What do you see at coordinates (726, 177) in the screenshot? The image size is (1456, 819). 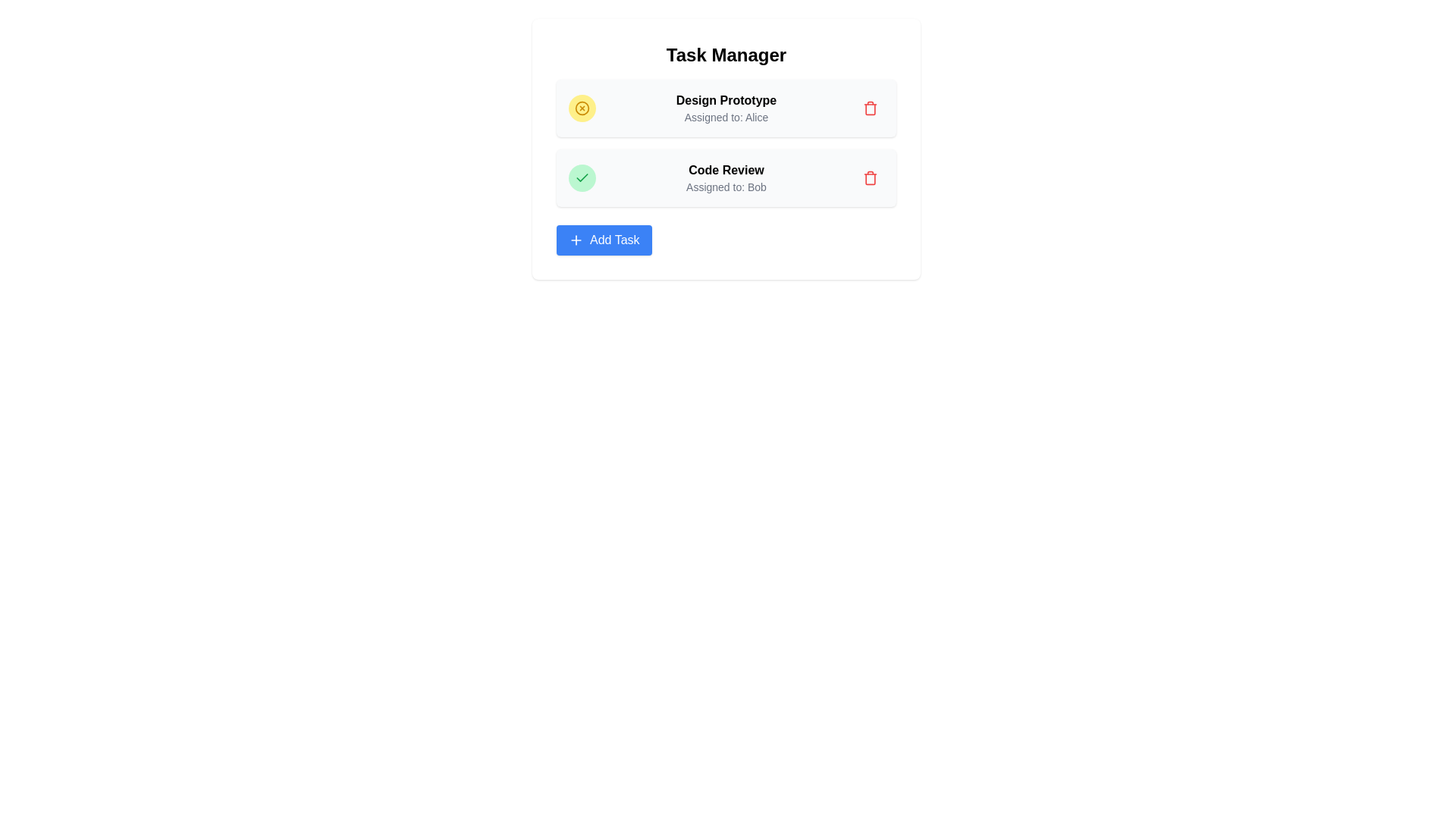 I see `the text-based informational display element labeled 'Code Review' with the assignee information 'Assigned to: Bob', located centrally within a task item in the Task Manager` at bounding box center [726, 177].